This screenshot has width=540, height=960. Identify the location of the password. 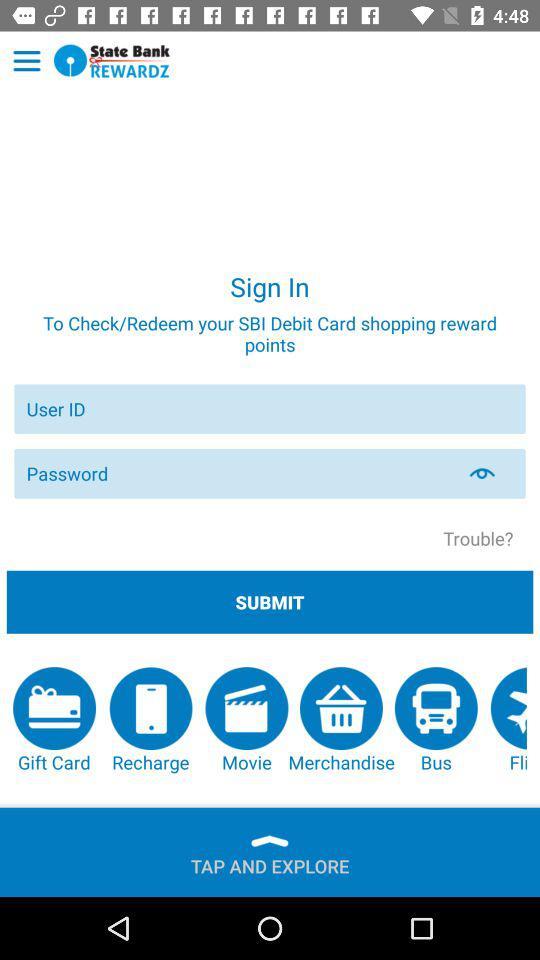
(493, 473).